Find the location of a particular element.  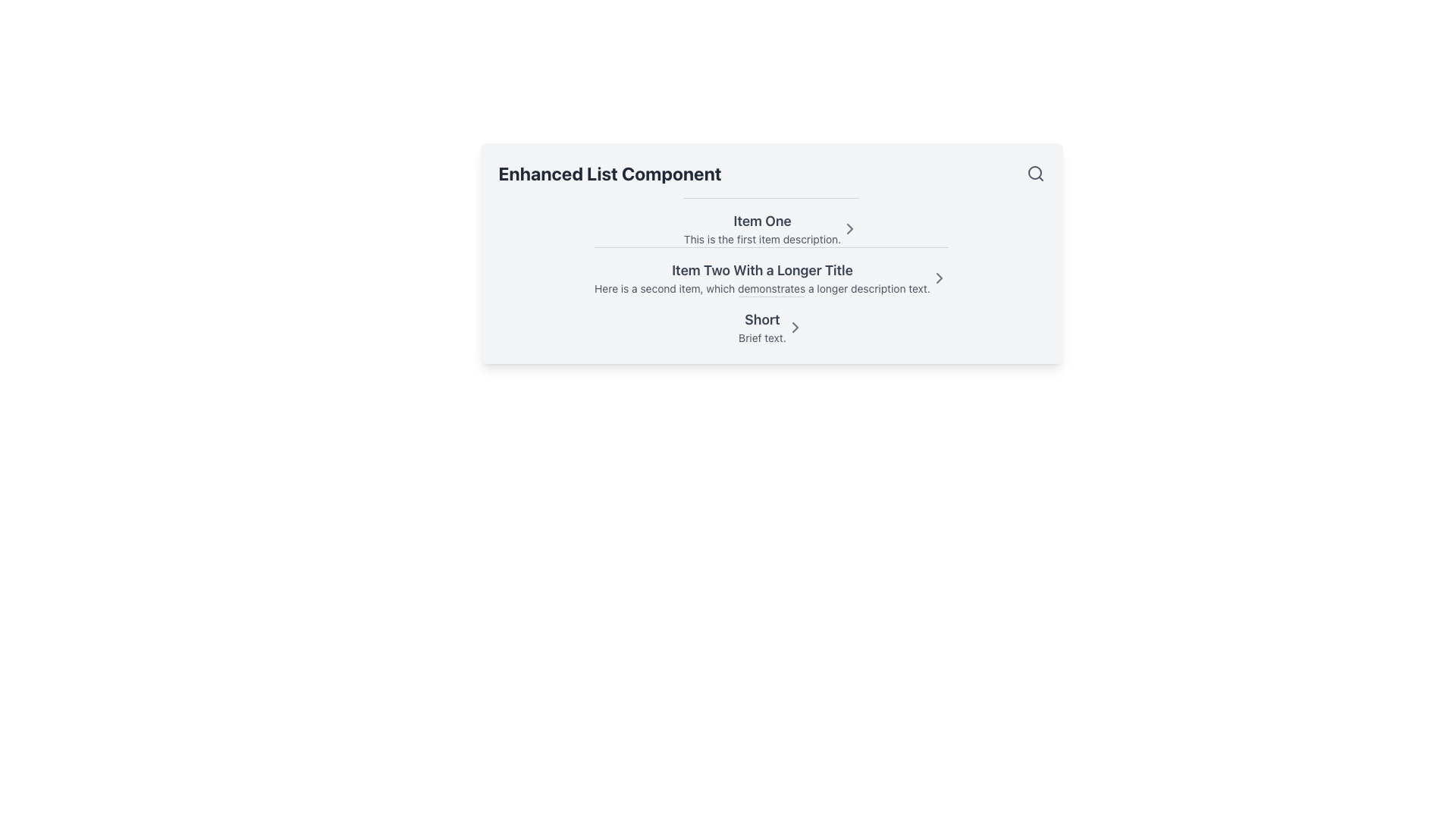

the static text label providing supplementary details about the heading 'Short' located below the heading in the item list panel is located at coordinates (762, 337).